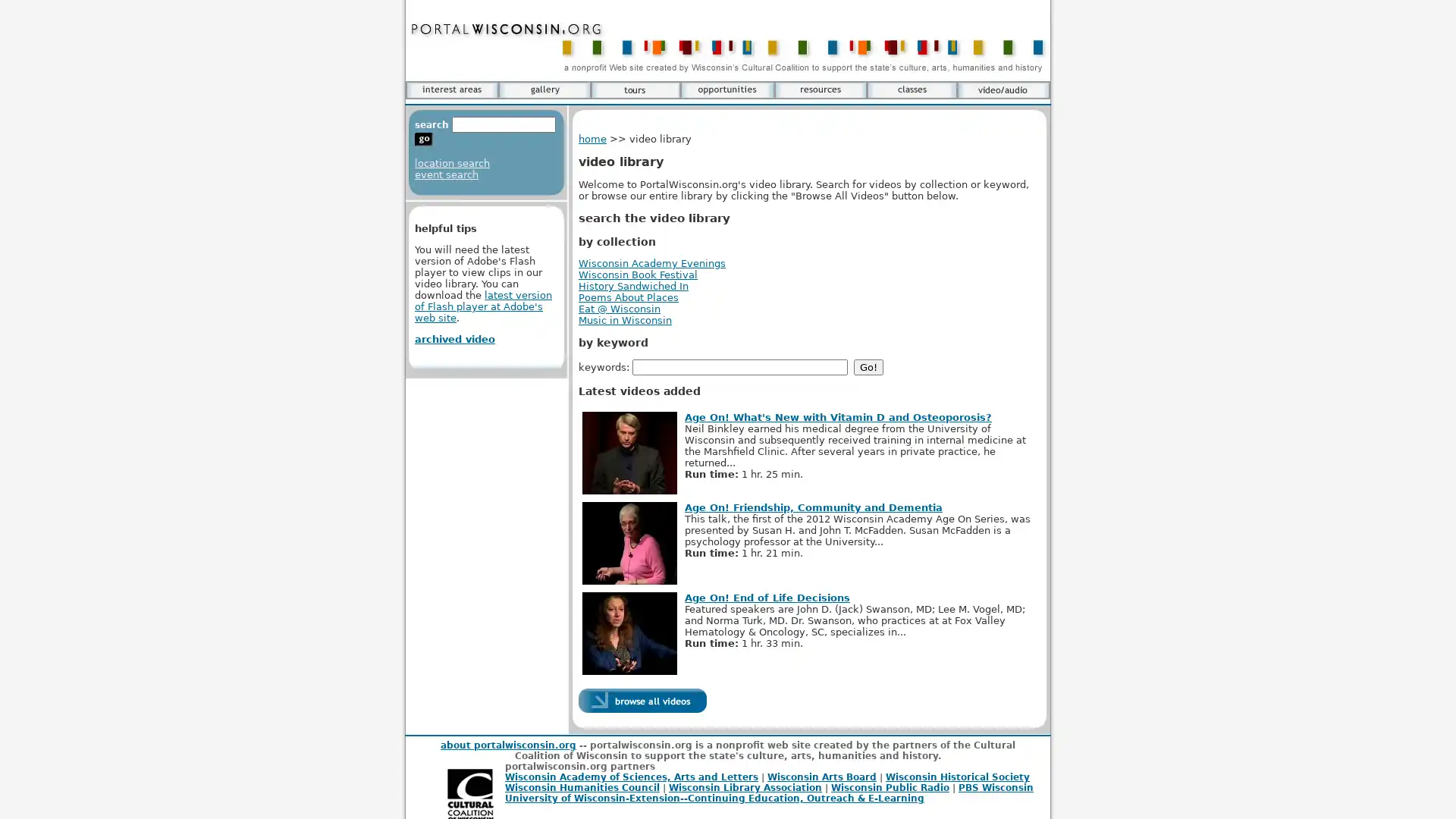 This screenshot has width=1456, height=819. What do you see at coordinates (423, 140) in the screenshot?
I see `go` at bounding box center [423, 140].